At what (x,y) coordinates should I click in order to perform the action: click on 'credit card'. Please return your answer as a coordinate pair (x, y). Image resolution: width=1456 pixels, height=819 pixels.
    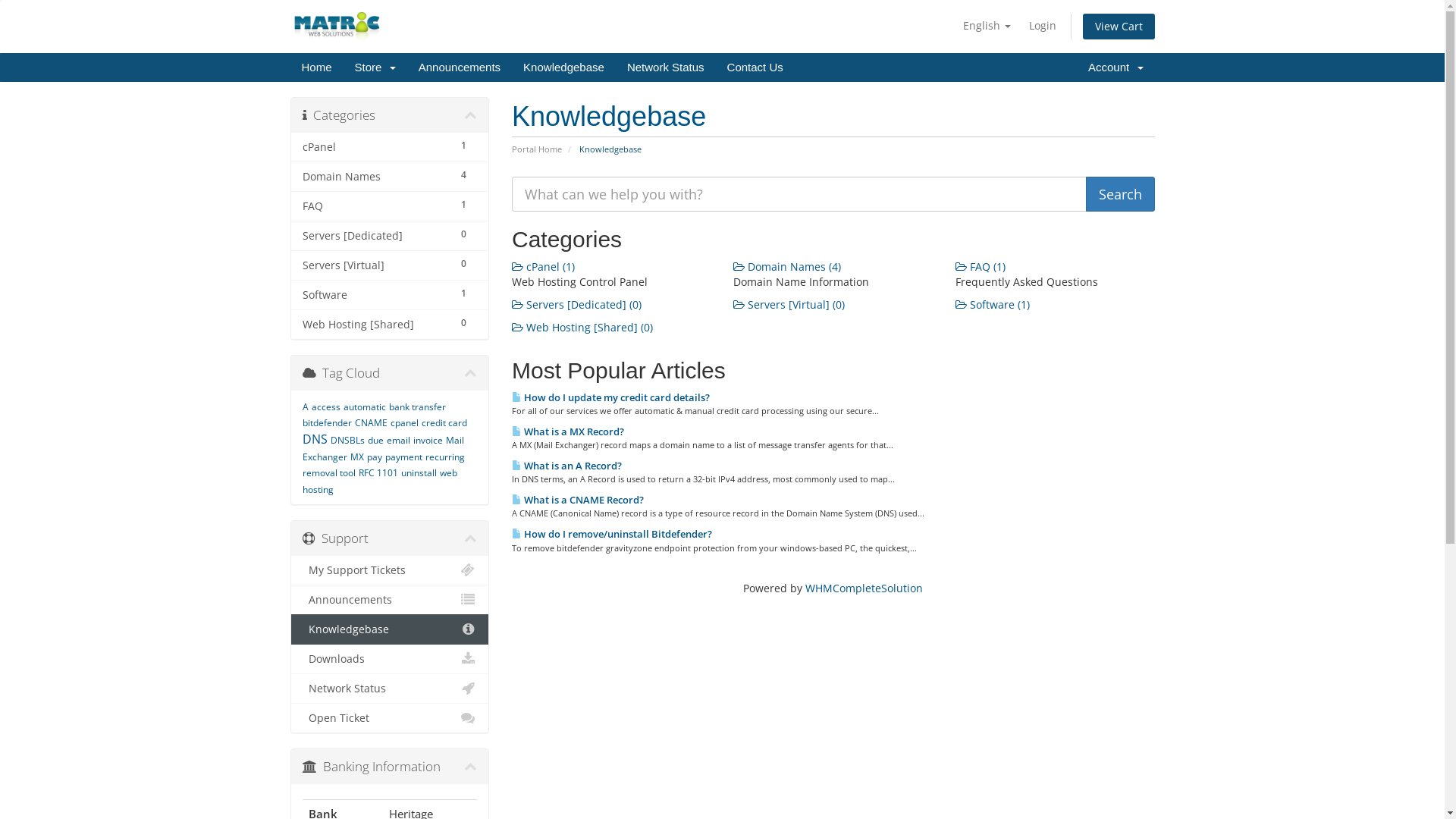
    Looking at the image, I should click on (443, 422).